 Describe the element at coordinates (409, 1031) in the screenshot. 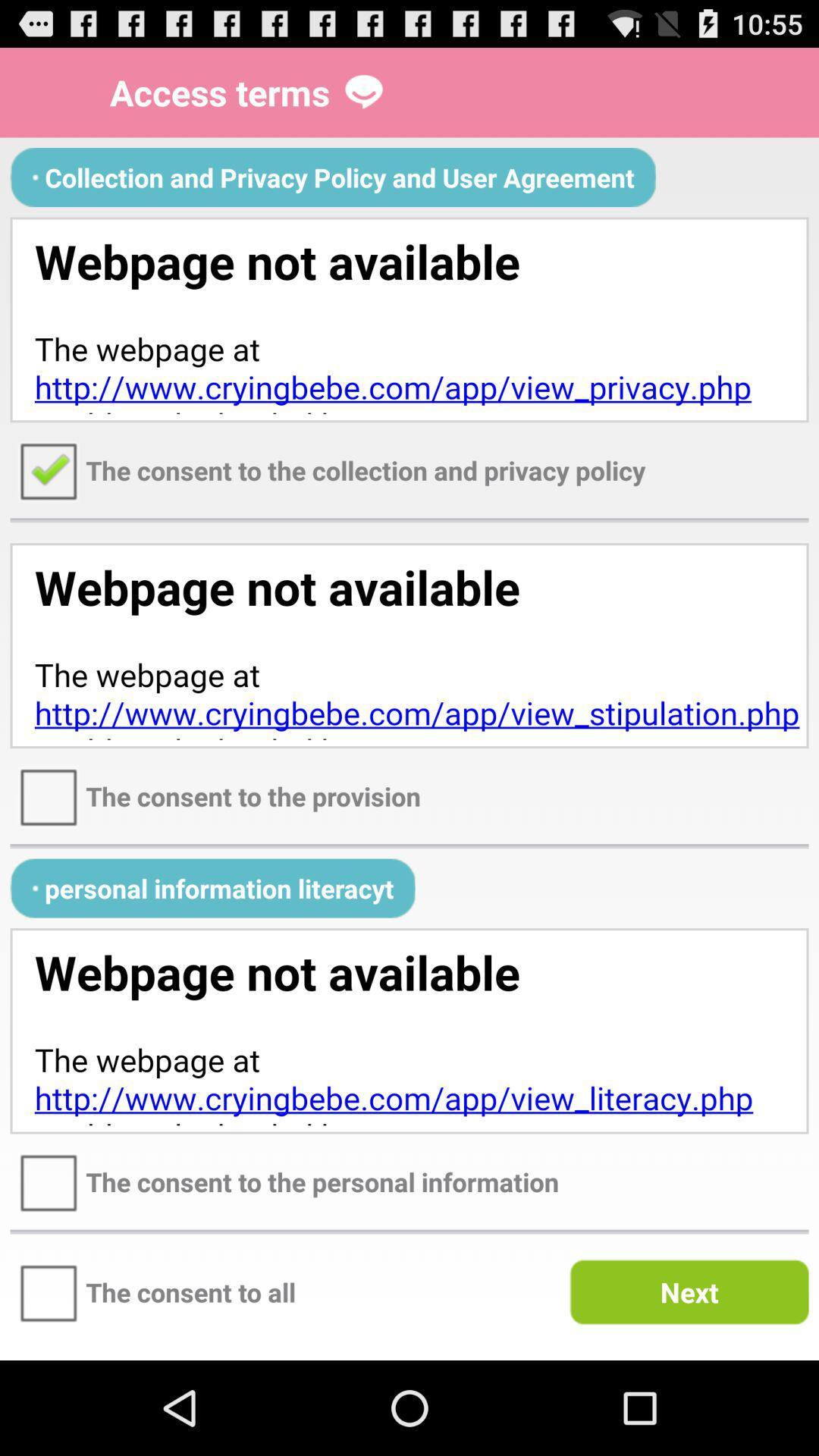

I see `result option` at that location.